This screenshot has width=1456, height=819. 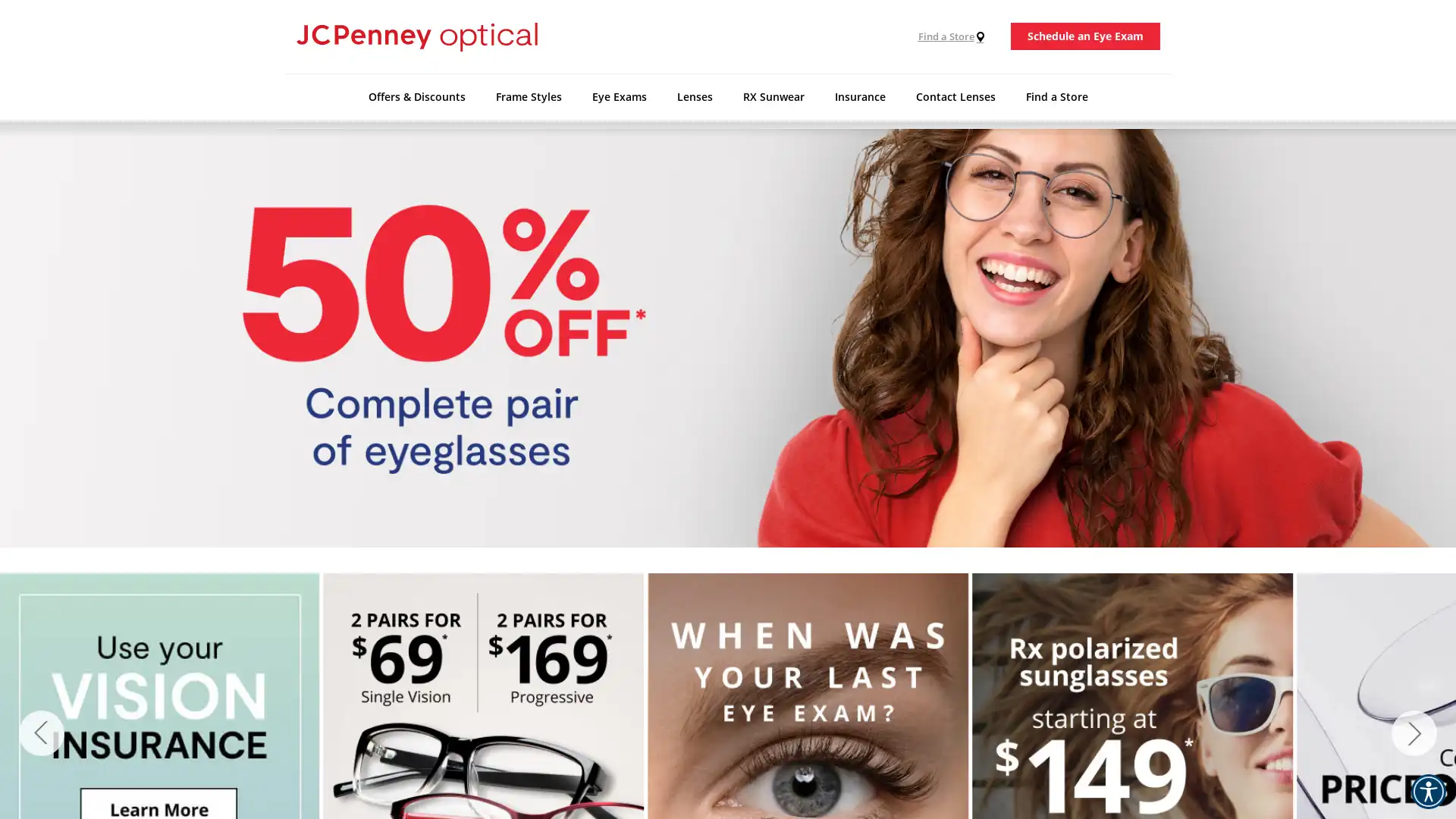 What do you see at coordinates (1427, 791) in the screenshot?
I see `Accessibility Menu` at bounding box center [1427, 791].